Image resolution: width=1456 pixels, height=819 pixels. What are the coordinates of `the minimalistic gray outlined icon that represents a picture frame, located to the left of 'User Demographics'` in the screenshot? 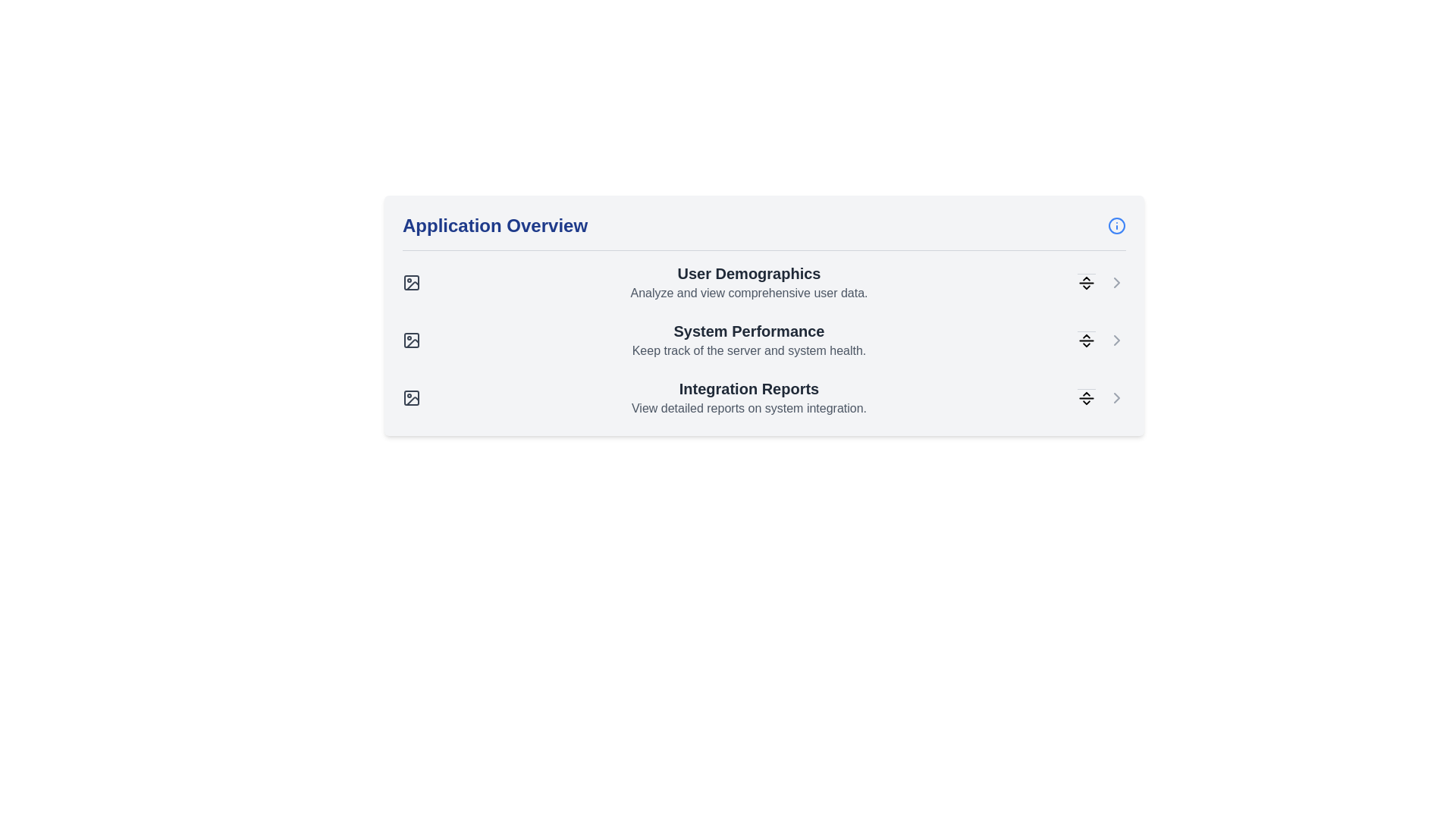 It's located at (411, 283).